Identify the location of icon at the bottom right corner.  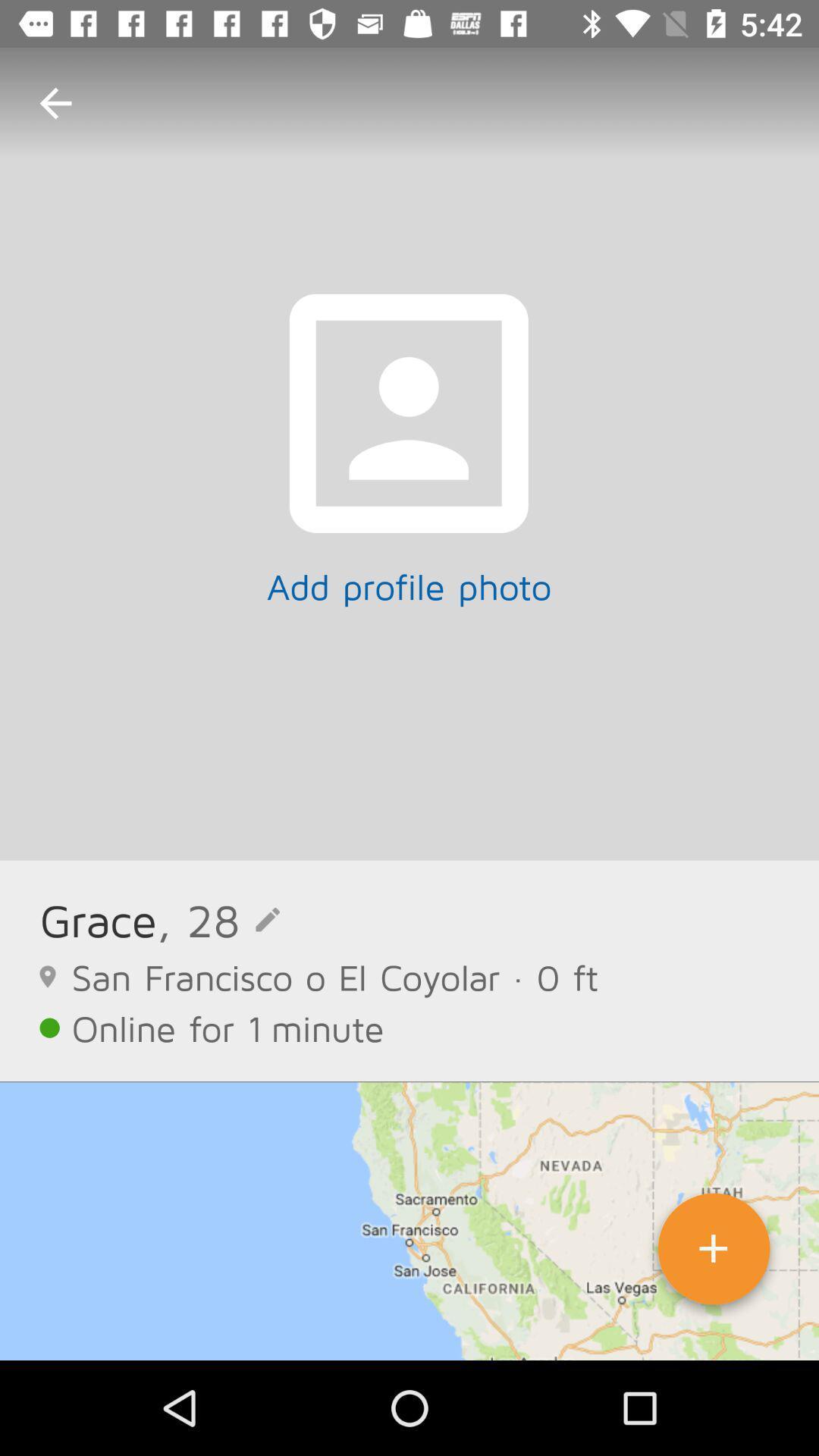
(714, 1254).